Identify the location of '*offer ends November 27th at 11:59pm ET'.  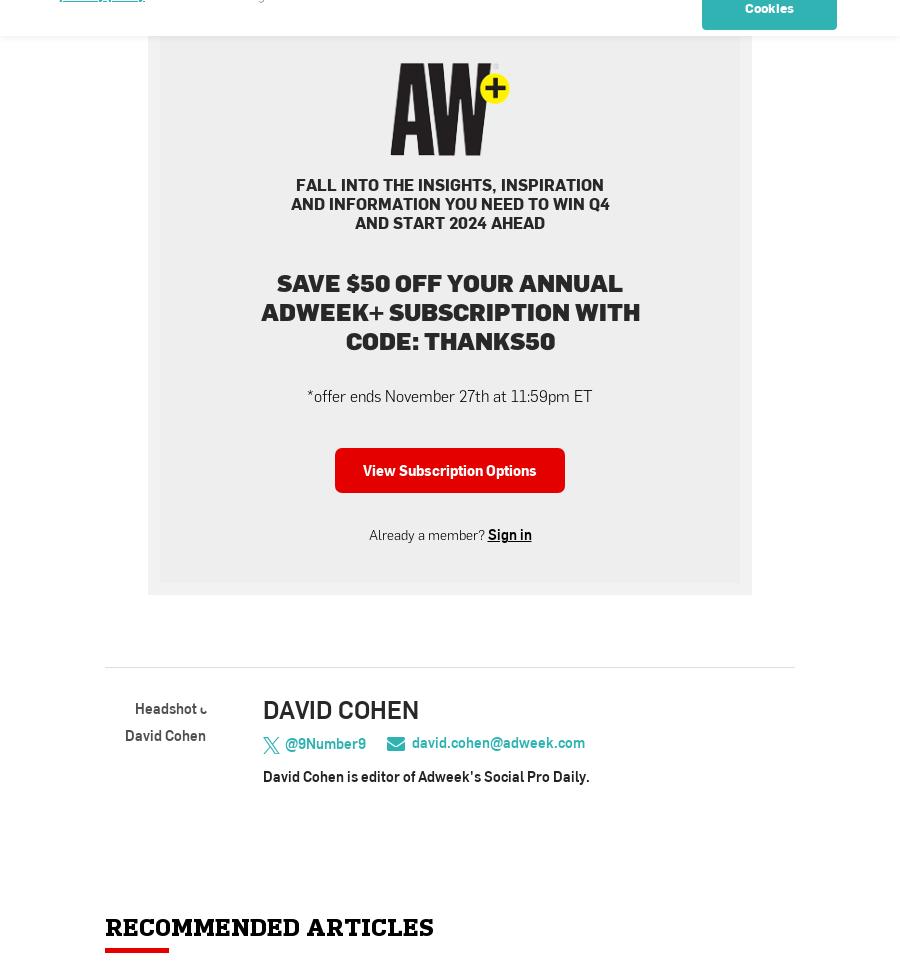
(450, 396).